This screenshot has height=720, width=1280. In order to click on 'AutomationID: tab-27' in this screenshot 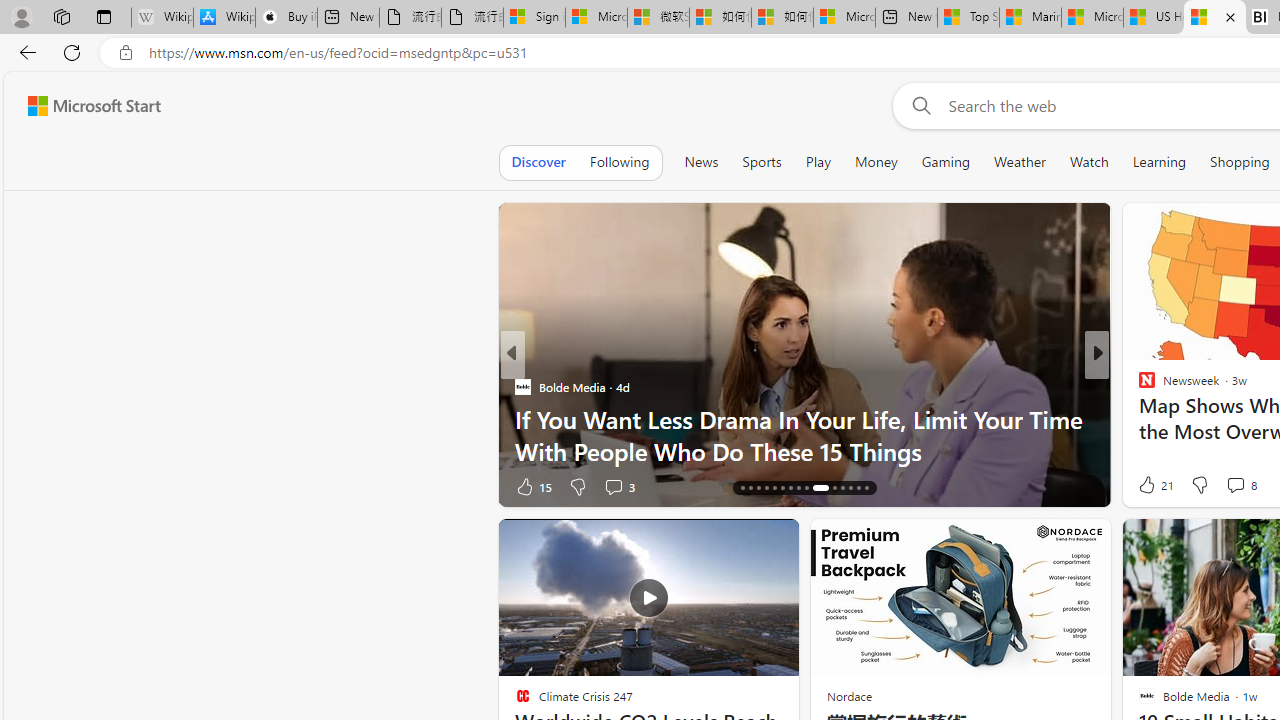, I will do `click(842, 488)`.